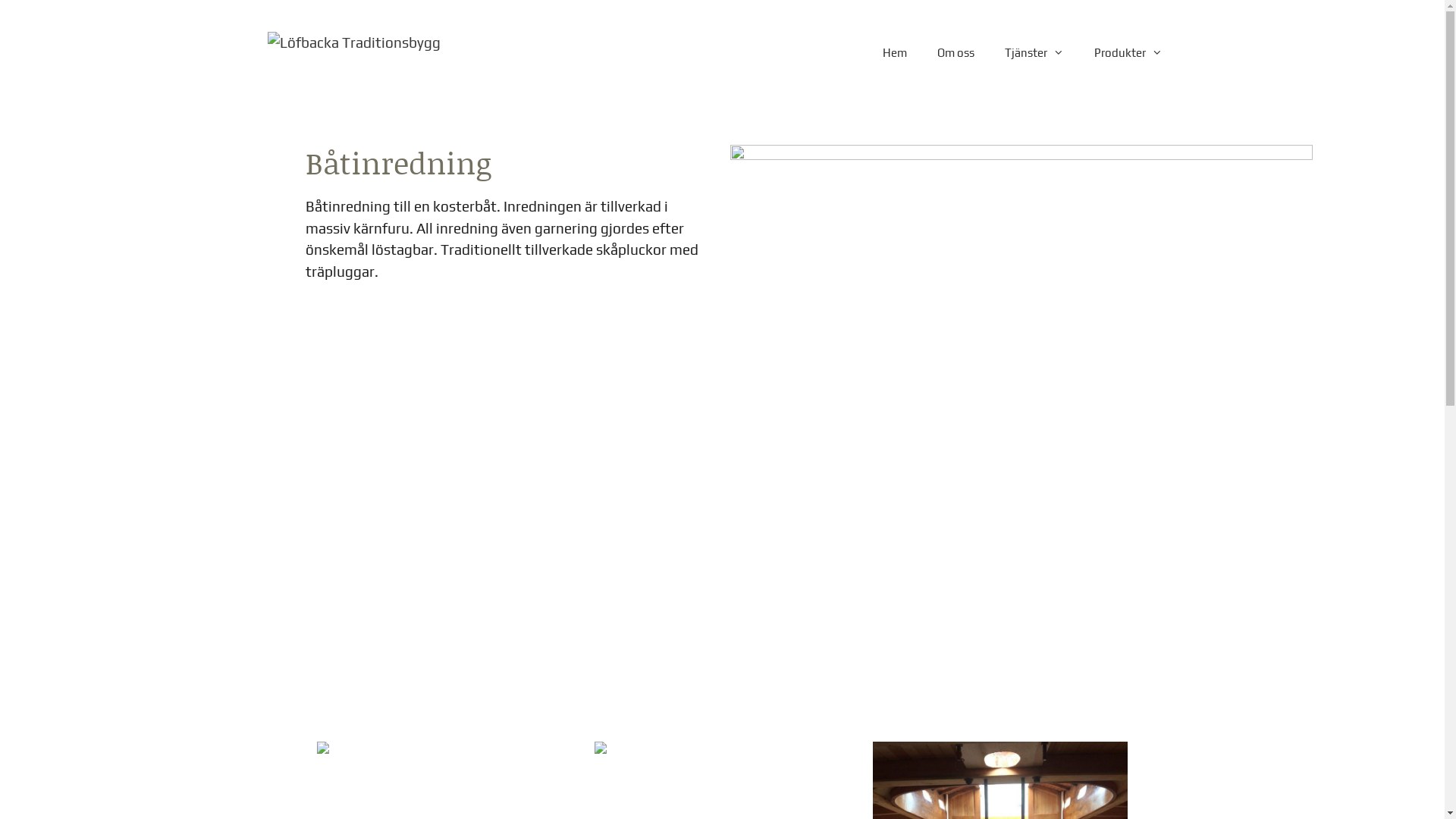  What do you see at coordinates (895, 52) in the screenshot?
I see `'Hem'` at bounding box center [895, 52].